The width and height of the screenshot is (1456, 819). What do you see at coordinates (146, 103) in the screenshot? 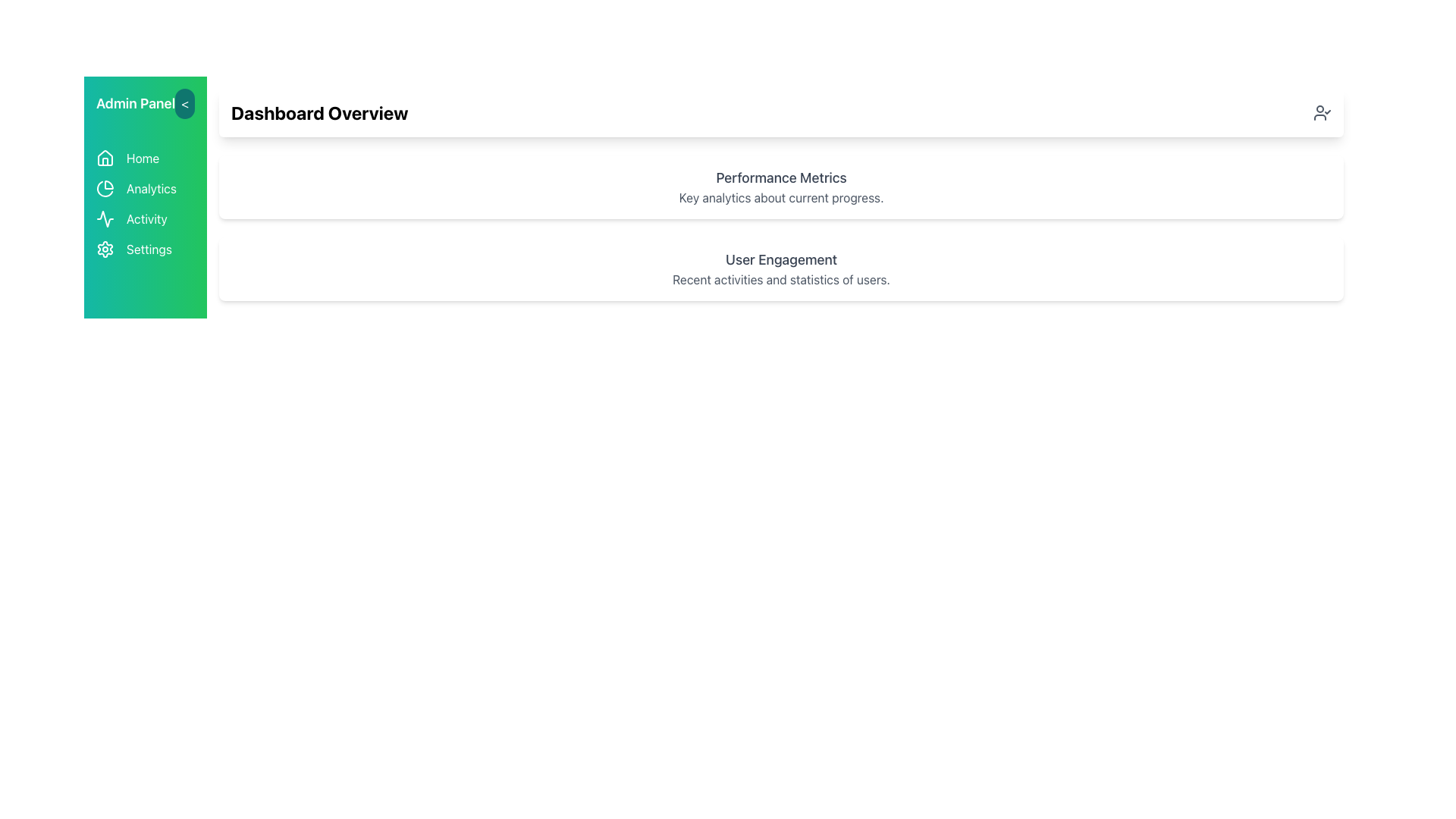
I see `the Sidebar header with an interactive button` at bounding box center [146, 103].